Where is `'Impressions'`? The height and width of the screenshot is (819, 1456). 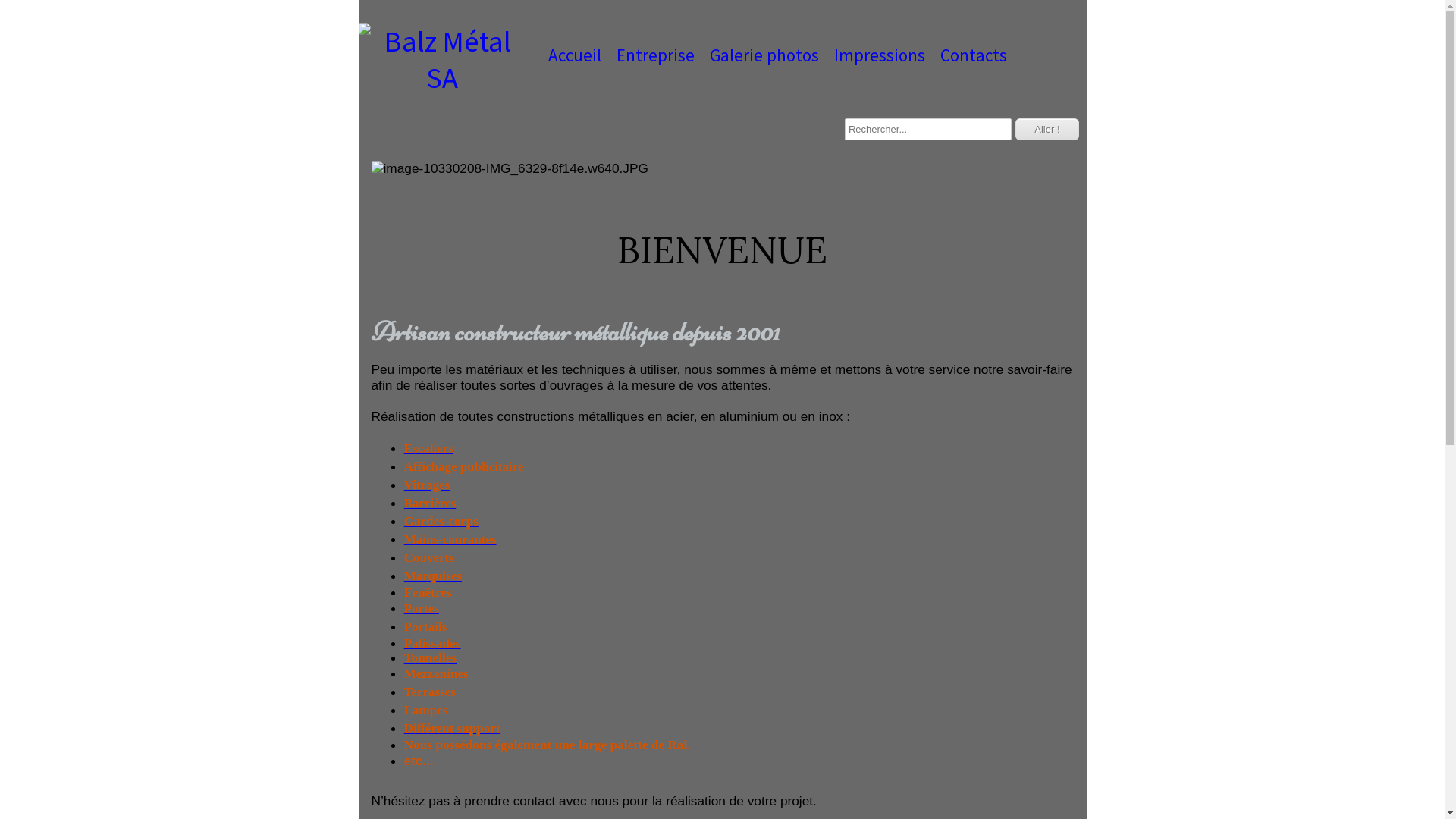 'Impressions' is located at coordinates (880, 55).